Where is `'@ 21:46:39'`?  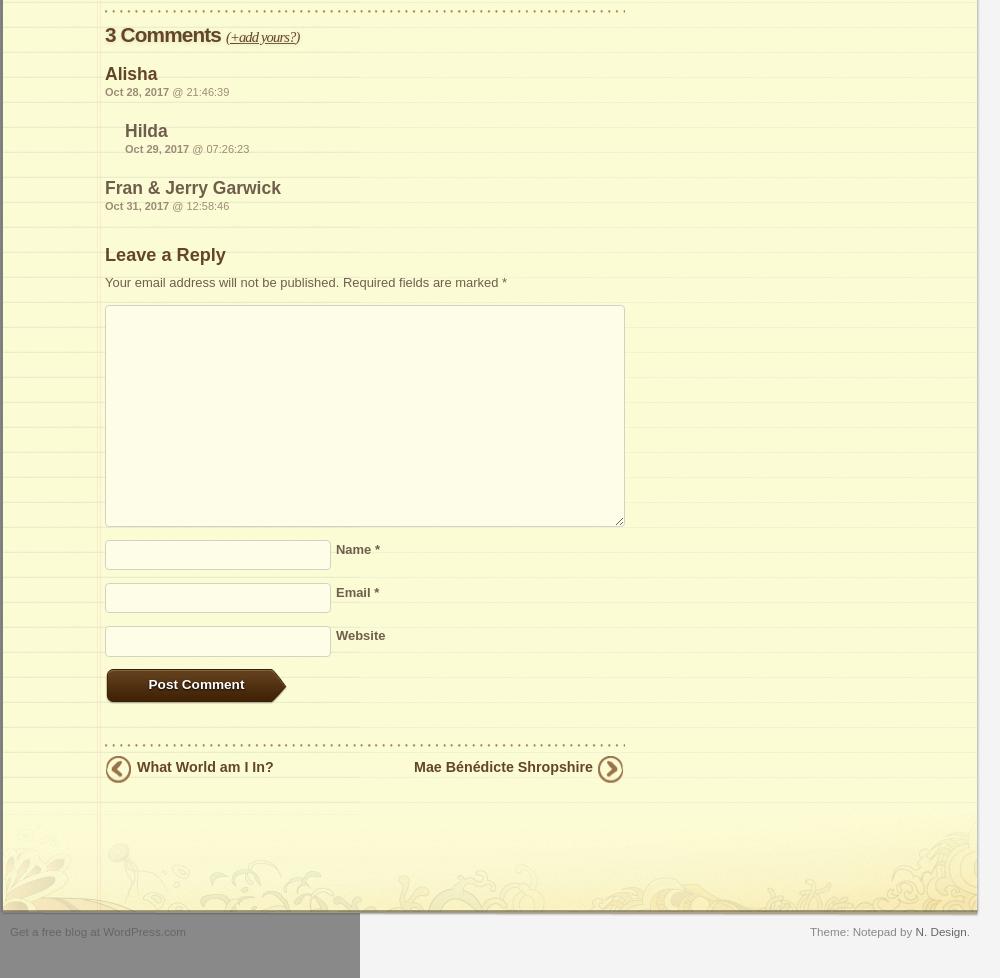 '@ 21:46:39' is located at coordinates (198, 92).